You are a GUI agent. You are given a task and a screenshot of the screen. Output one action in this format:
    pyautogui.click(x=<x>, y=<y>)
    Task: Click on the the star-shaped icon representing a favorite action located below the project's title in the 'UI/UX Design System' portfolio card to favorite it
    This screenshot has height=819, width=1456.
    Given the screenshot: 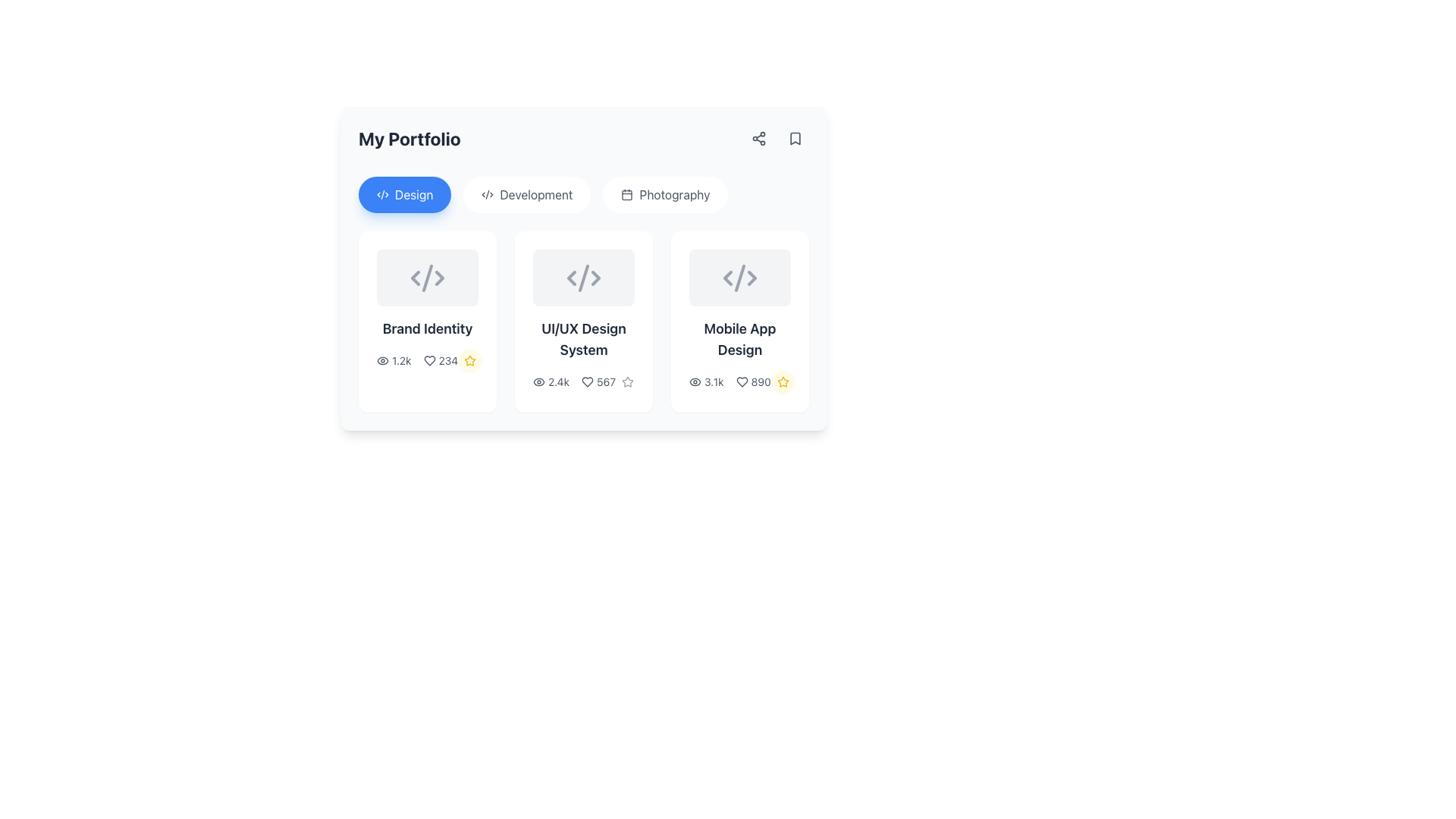 What is the action you would take?
    pyautogui.click(x=628, y=381)
    